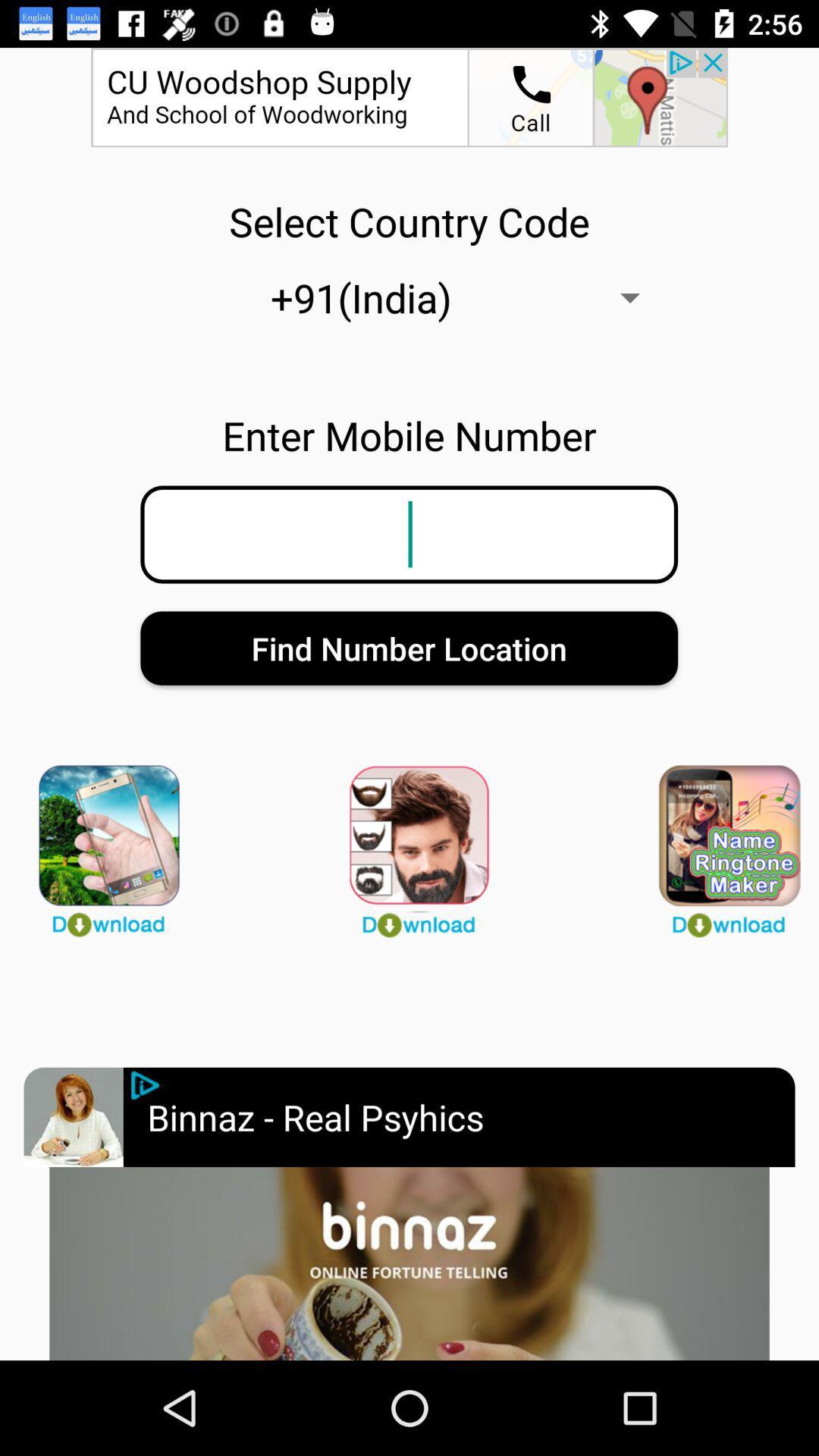 The image size is (819, 1456). What do you see at coordinates (718, 843) in the screenshot?
I see `download ringtone maker` at bounding box center [718, 843].